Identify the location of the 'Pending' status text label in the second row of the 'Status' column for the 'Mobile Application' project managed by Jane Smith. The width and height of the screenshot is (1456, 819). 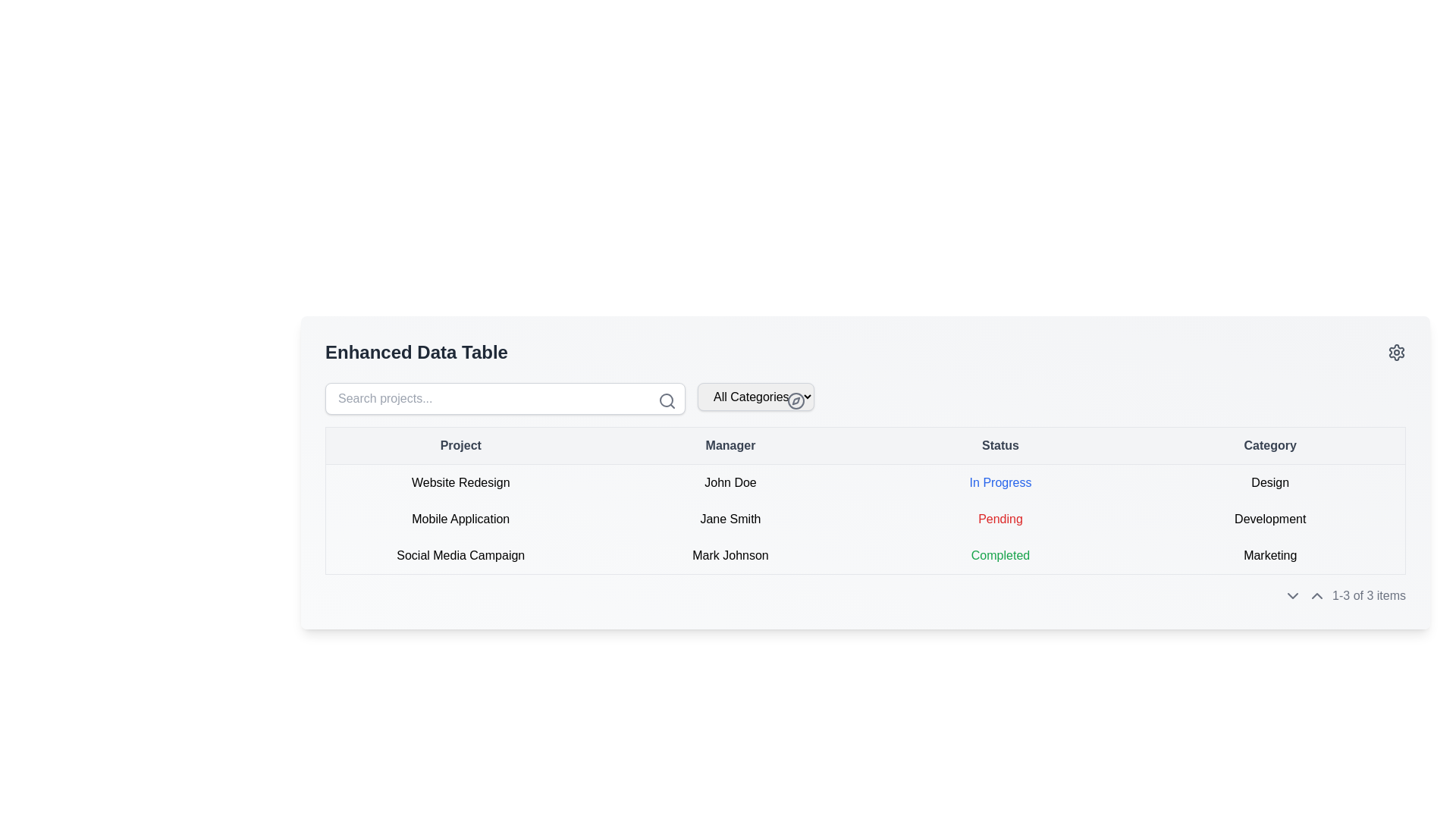
(1000, 518).